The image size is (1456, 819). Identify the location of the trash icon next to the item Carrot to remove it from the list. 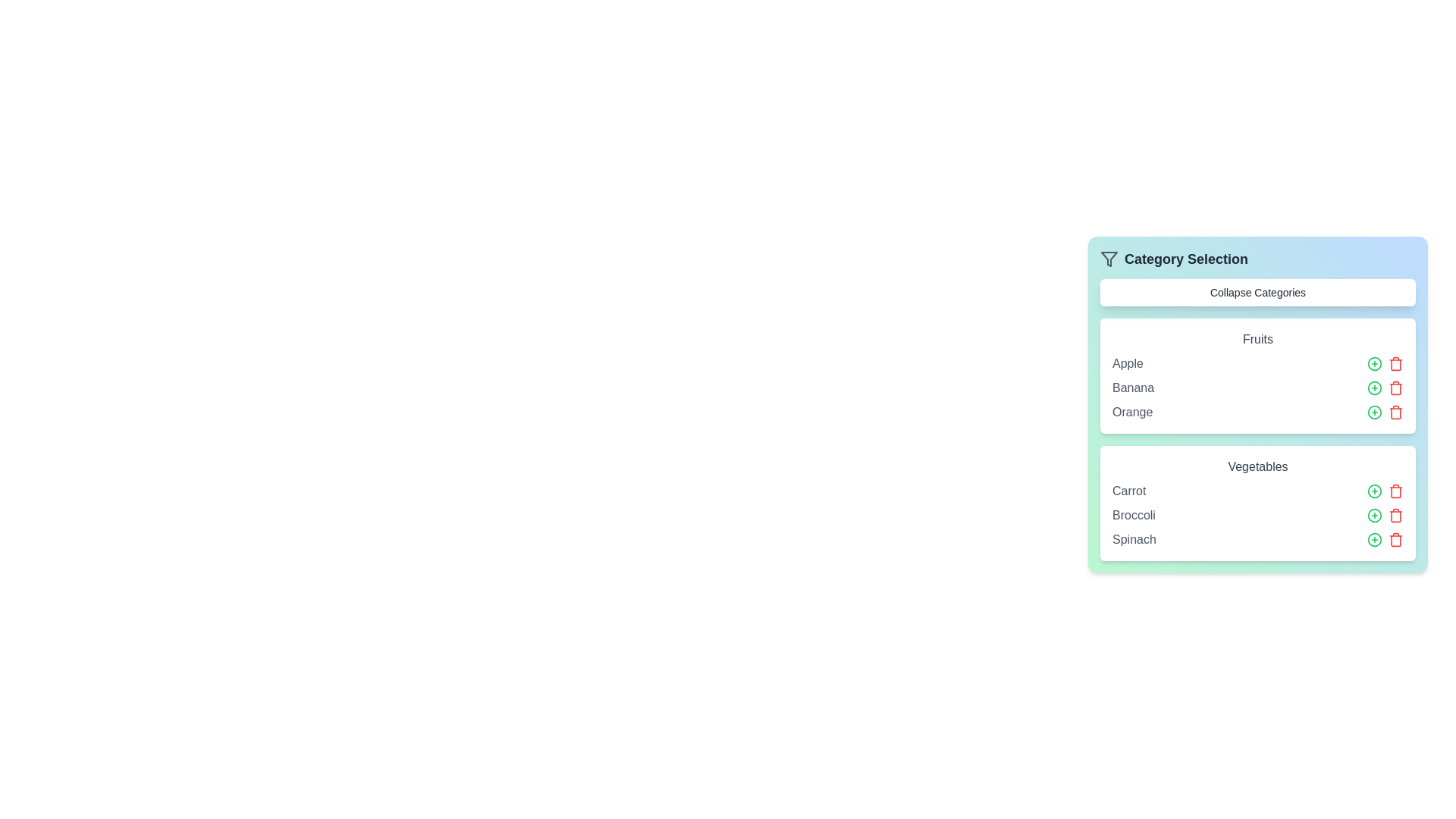
(1395, 491).